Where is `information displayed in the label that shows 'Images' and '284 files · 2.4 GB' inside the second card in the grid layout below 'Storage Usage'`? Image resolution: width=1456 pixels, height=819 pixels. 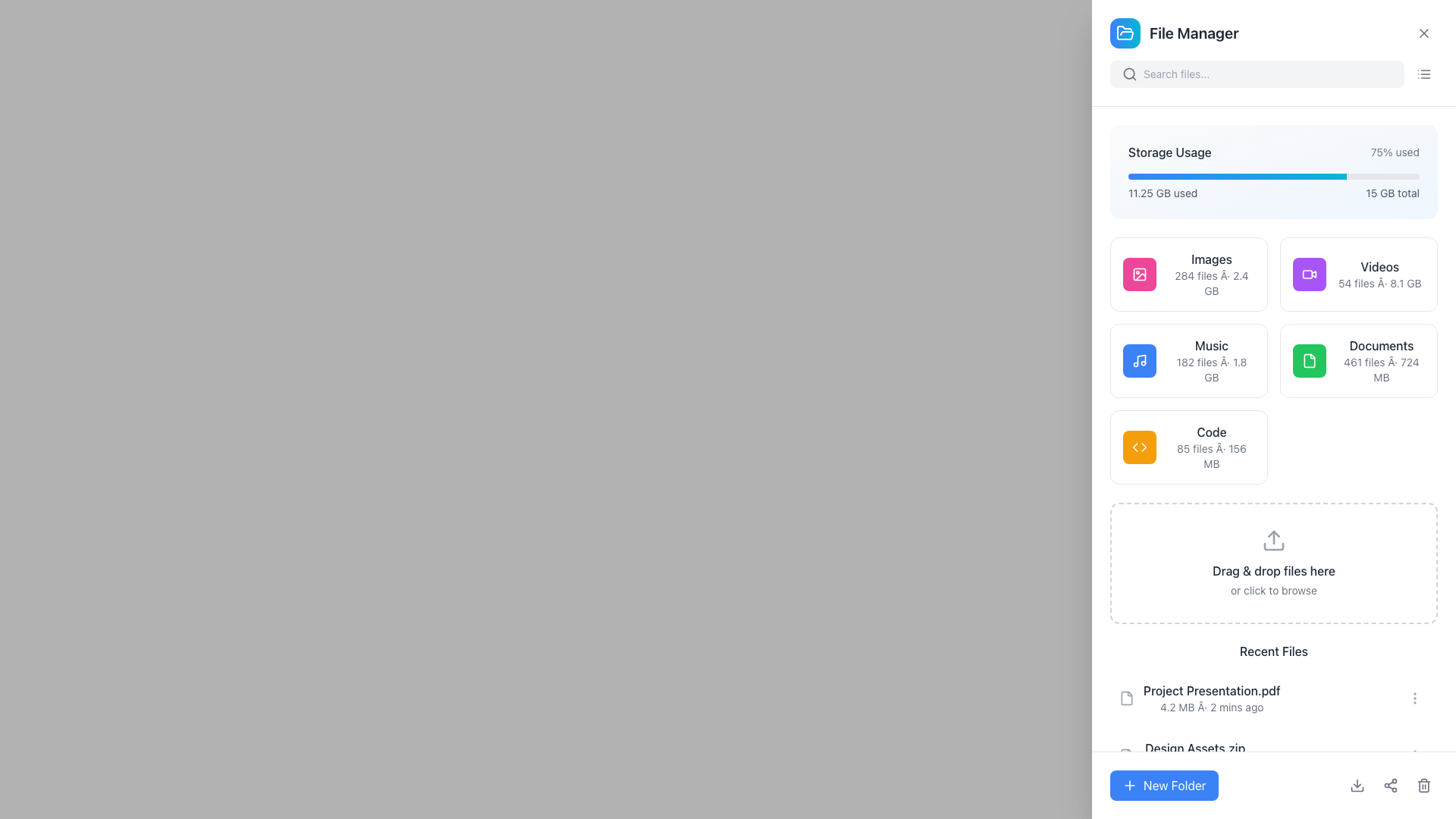
information displayed in the label that shows 'Images' and '284 files · 2.4 GB' inside the second card in the grid layout below 'Storage Usage' is located at coordinates (1211, 275).